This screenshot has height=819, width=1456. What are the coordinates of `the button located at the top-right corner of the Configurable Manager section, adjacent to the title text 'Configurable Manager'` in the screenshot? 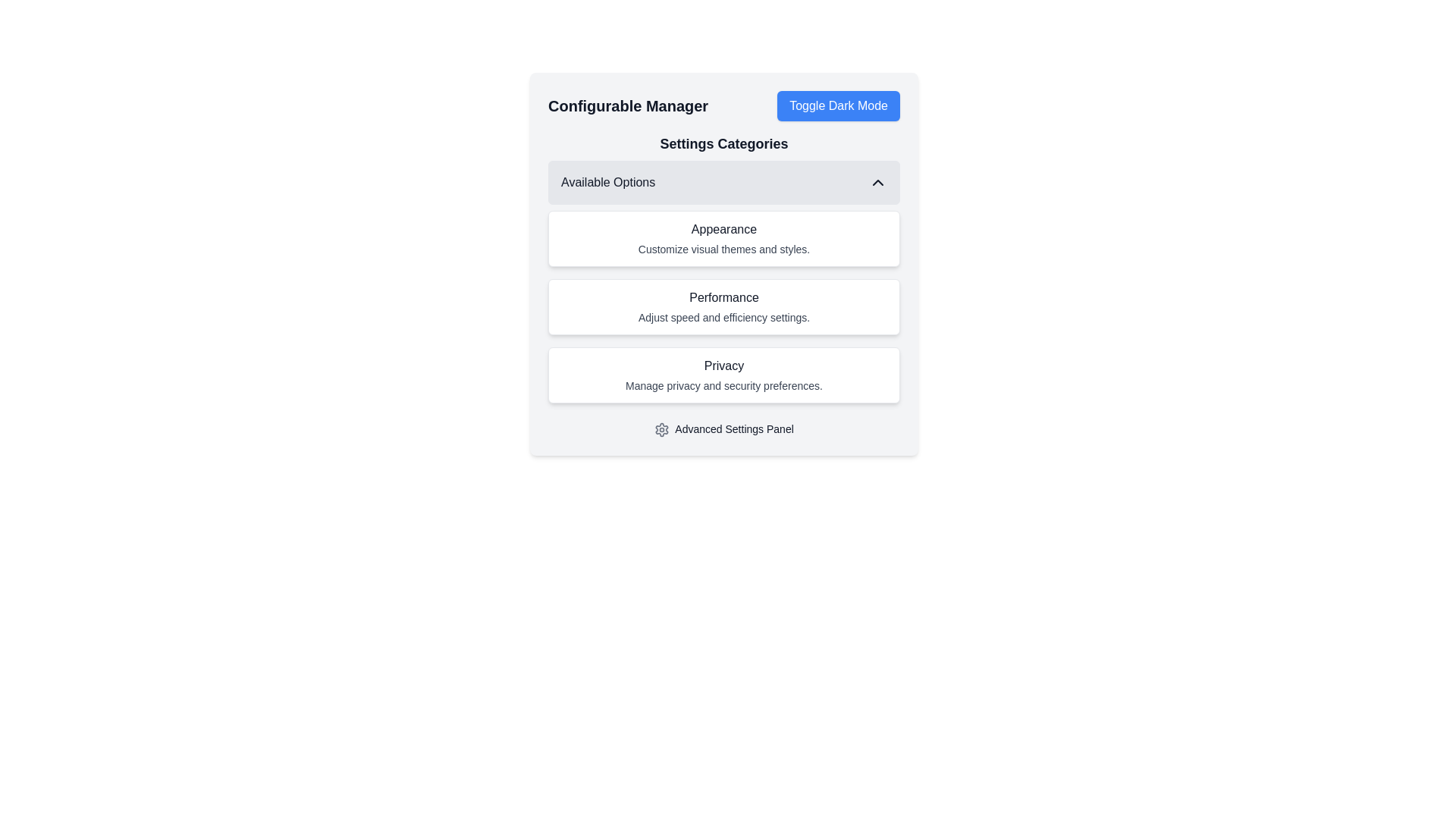 It's located at (838, 105).